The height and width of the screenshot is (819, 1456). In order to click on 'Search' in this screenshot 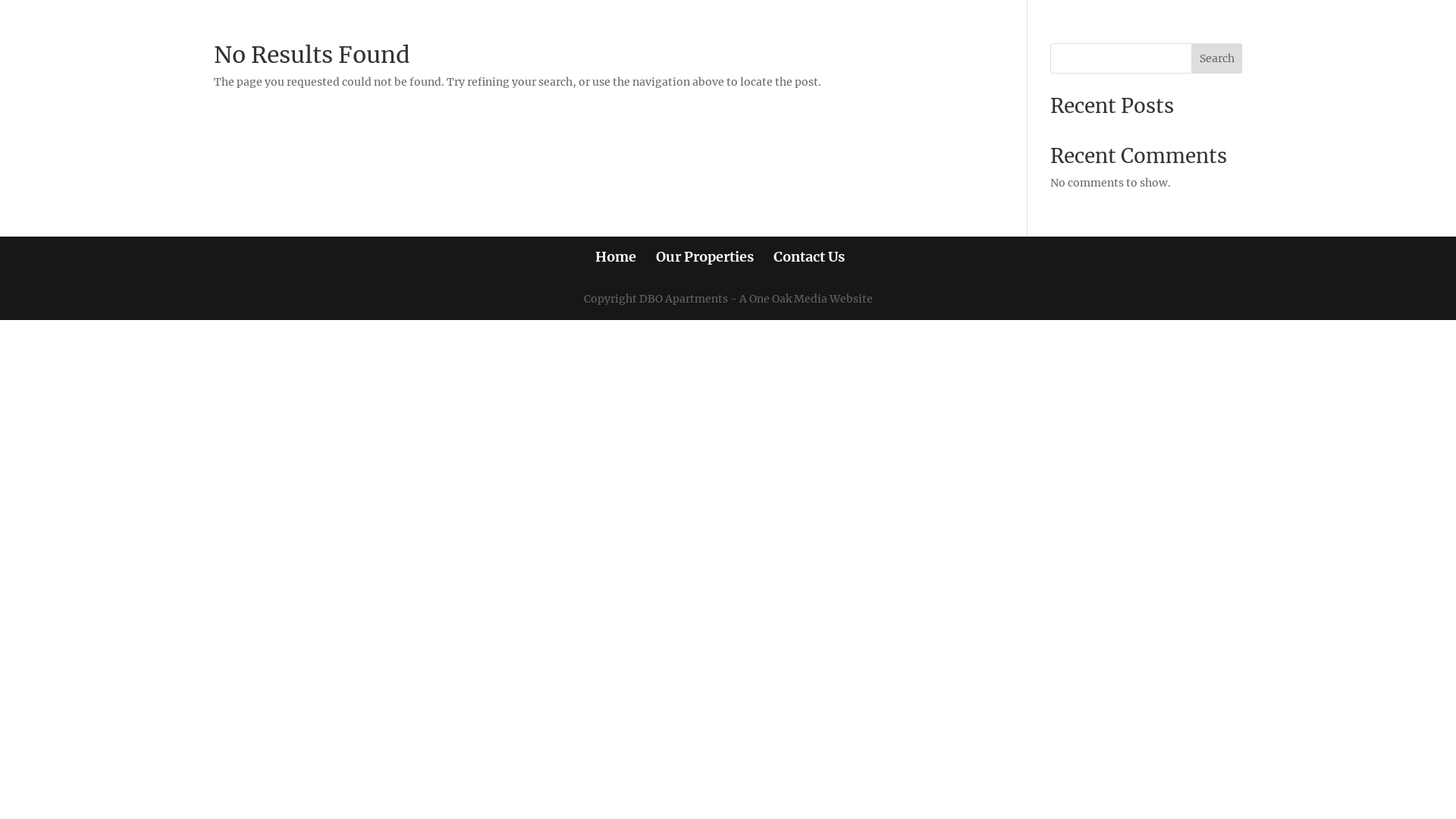, I will do `click(1216, 58)`.